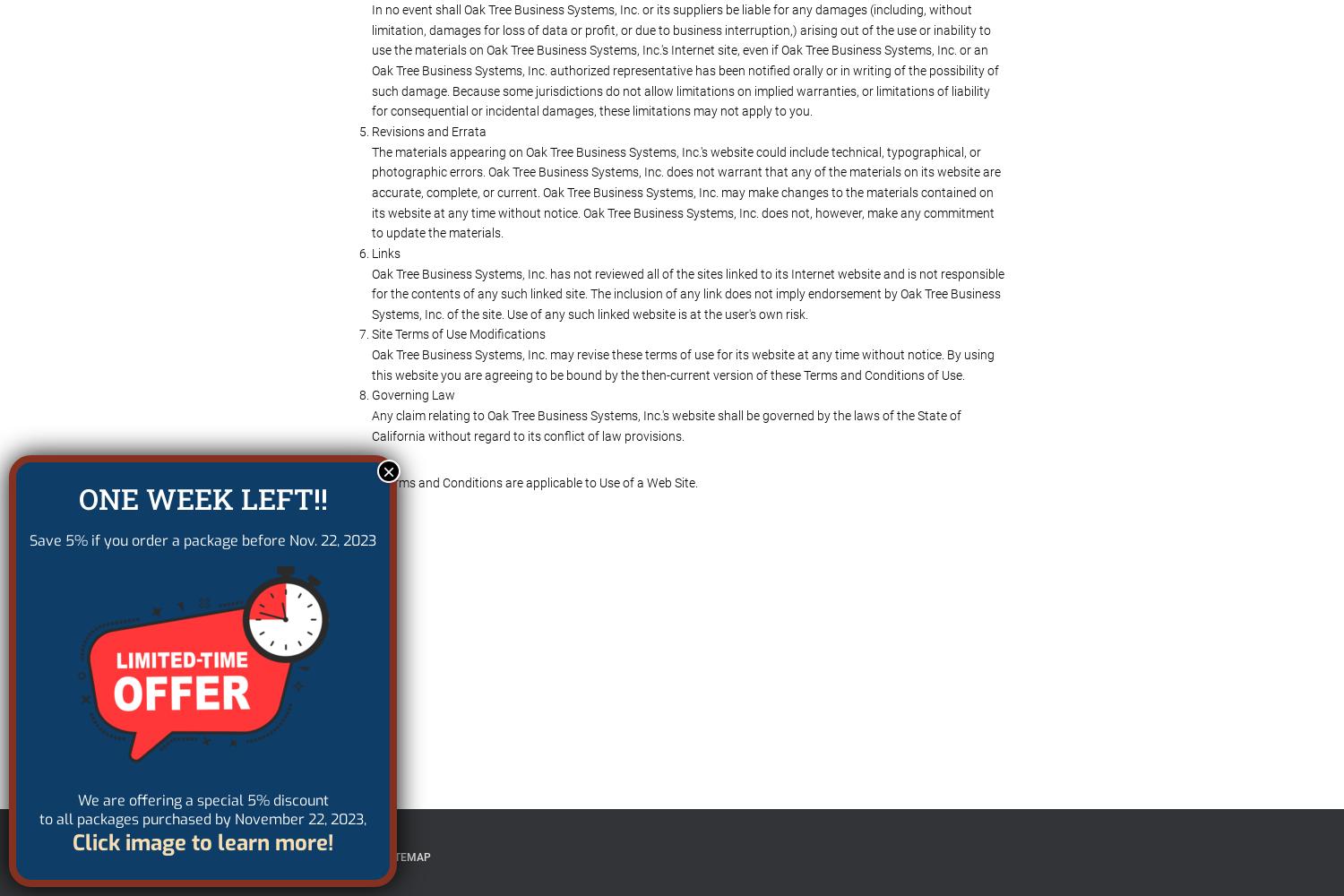  Describe the element at coordinates (666, 424) in the screenshot. I see `'Any claim relating to Oak Tree Business Systems, Inc.'s website shall be governed by the laws of the State of California without regard to its conflict of law provisions.'` at that location.